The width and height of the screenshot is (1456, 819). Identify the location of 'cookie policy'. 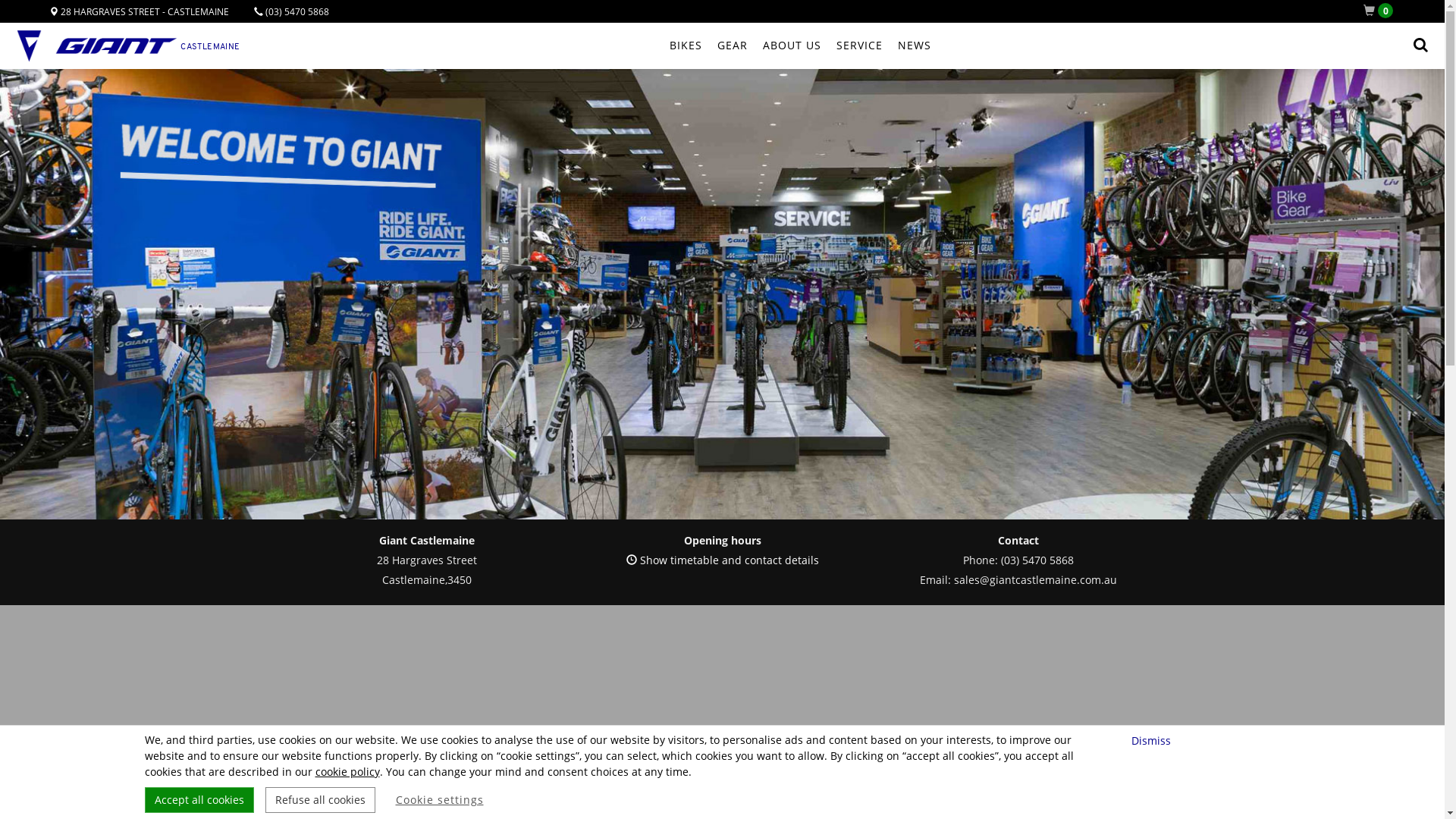
(347, 771).